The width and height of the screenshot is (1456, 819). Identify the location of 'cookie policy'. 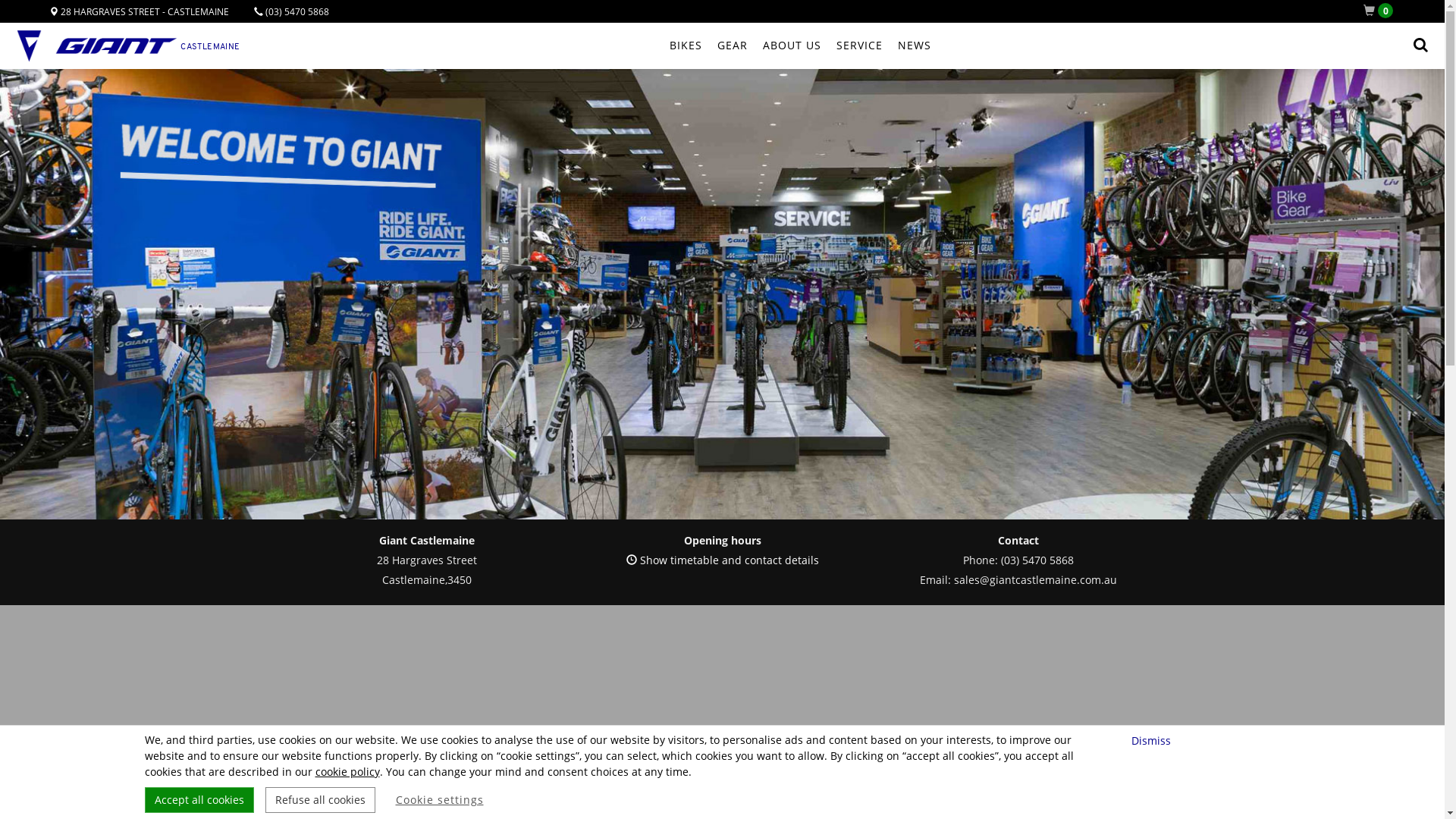
(347, 771).